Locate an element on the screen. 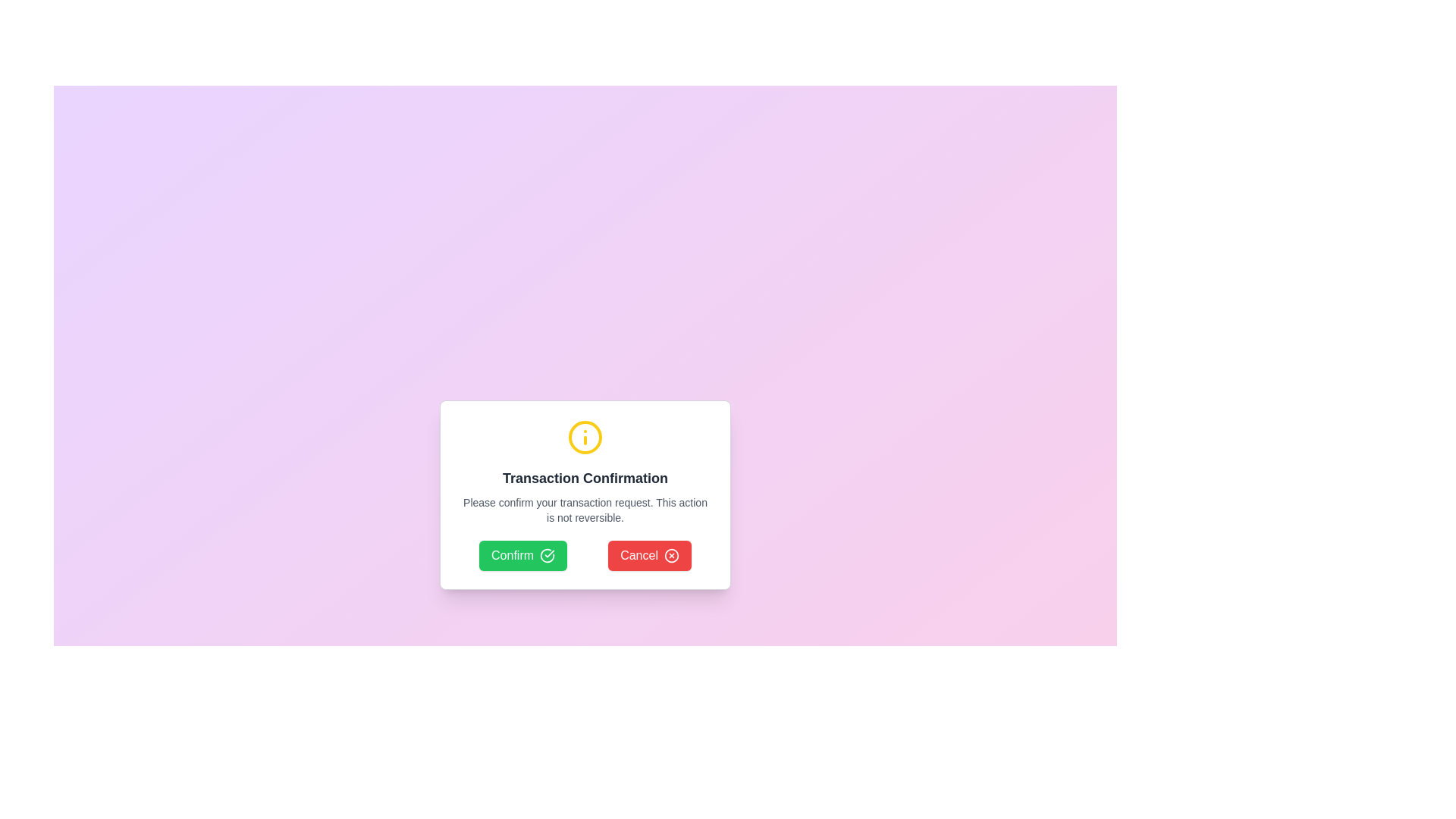 The image size is (1456, 819). the 'Cancel' button with a red background and white text is located at coordinates (650, 555).